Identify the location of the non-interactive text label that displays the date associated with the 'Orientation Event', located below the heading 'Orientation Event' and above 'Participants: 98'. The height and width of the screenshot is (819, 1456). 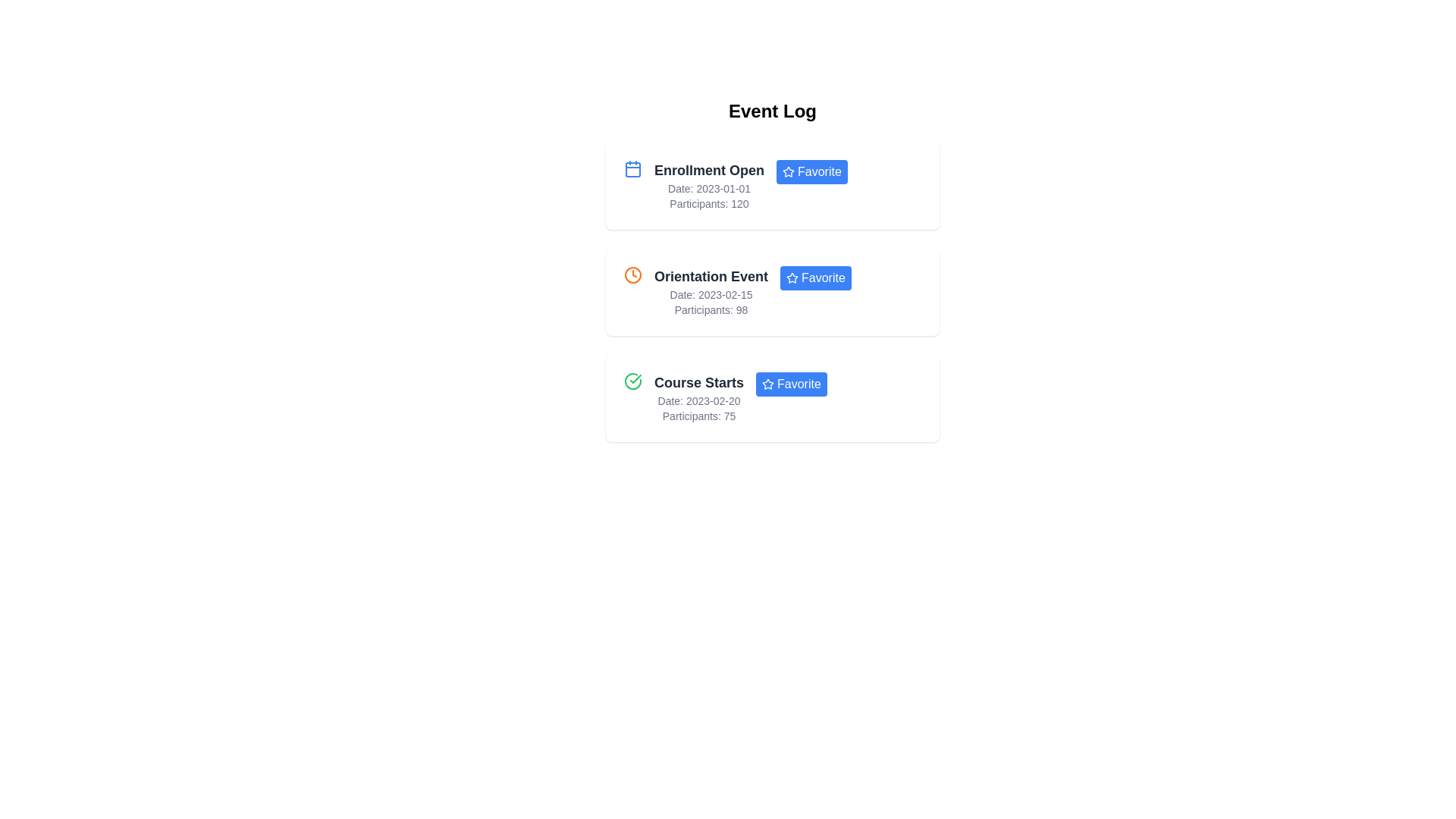
(711, 295).